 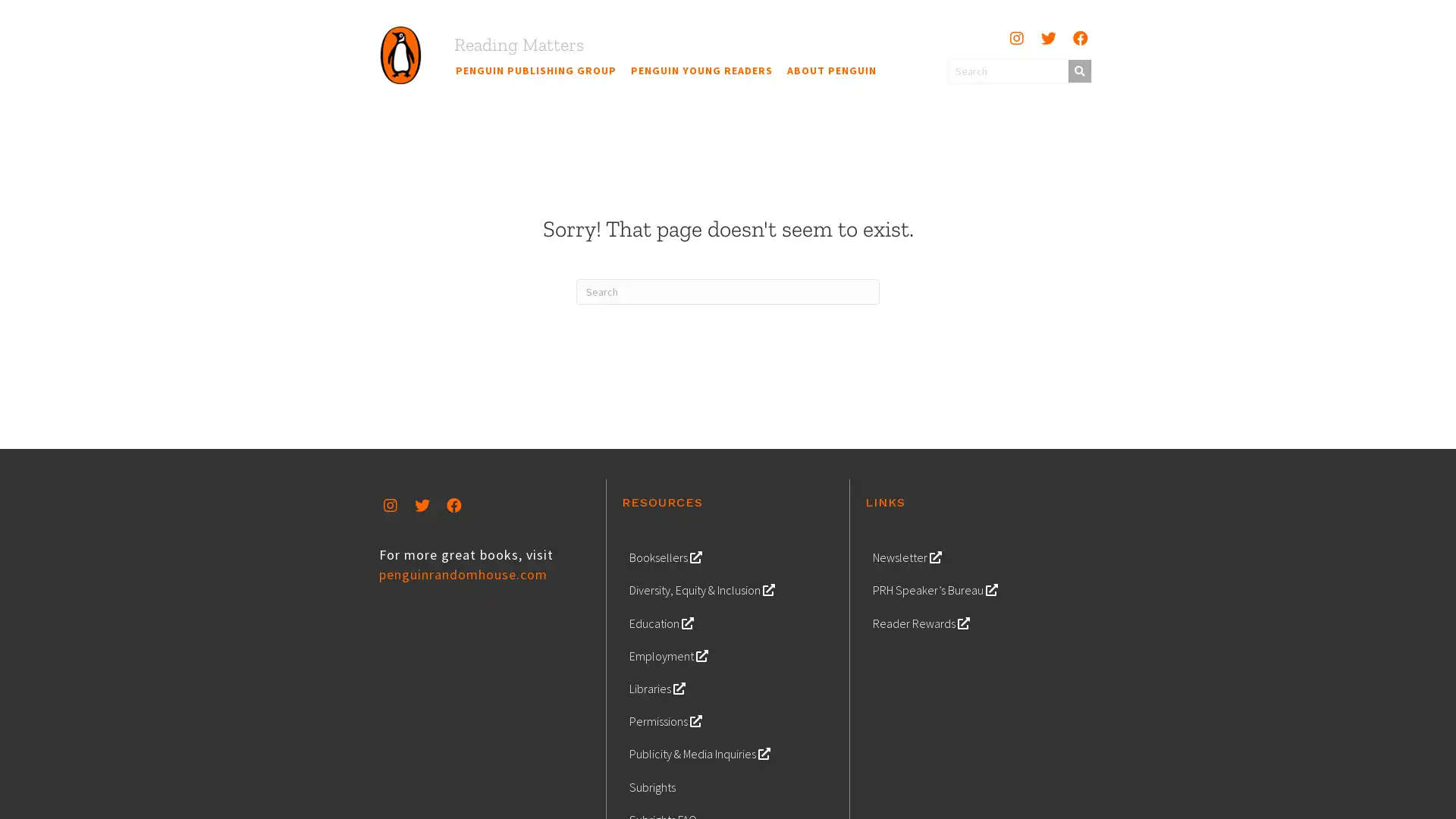 I want to click on Facebook, so click(x=1079, y=37).